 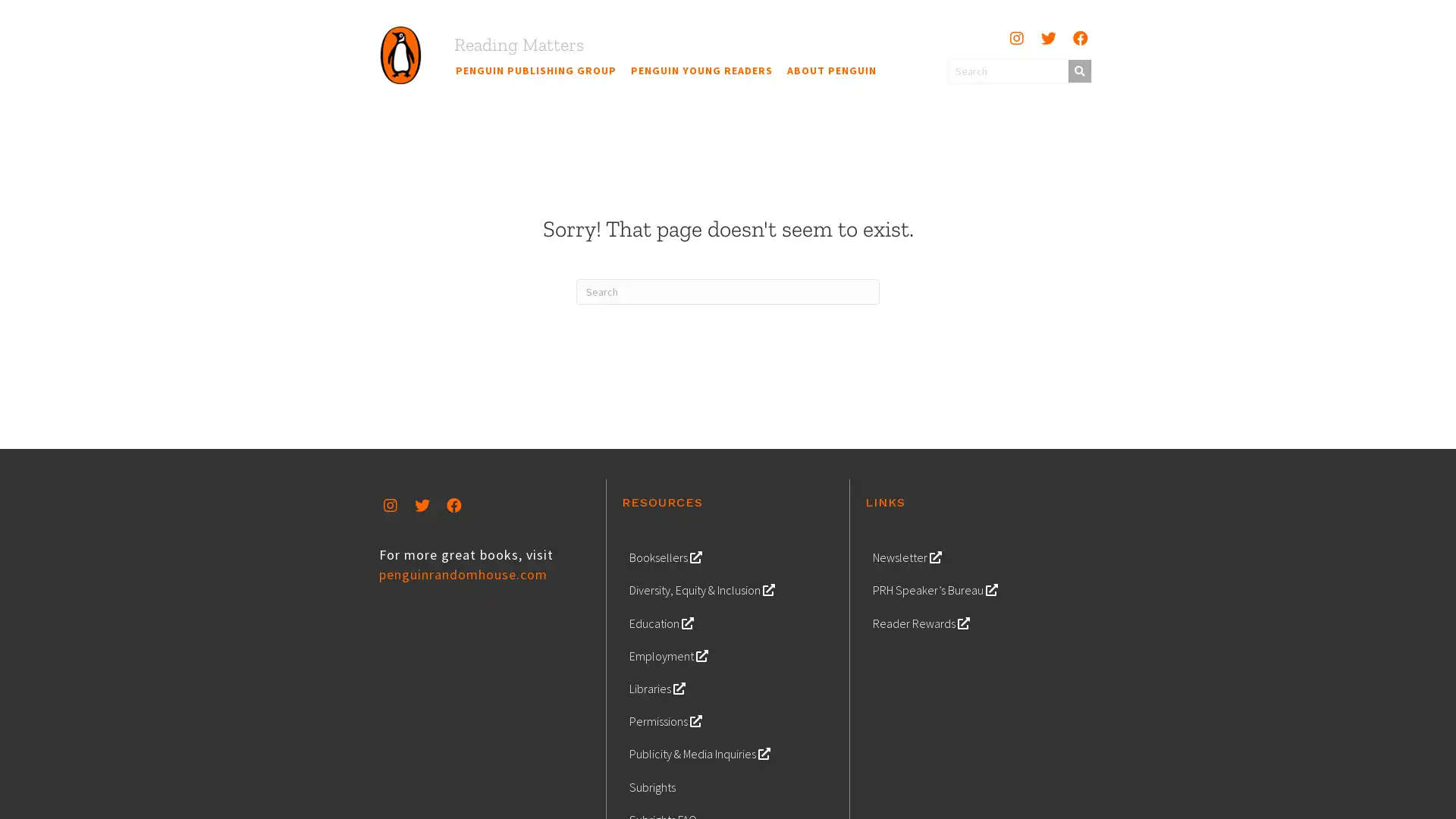 I want to click on Facebook, so click(x=1079, y=37).